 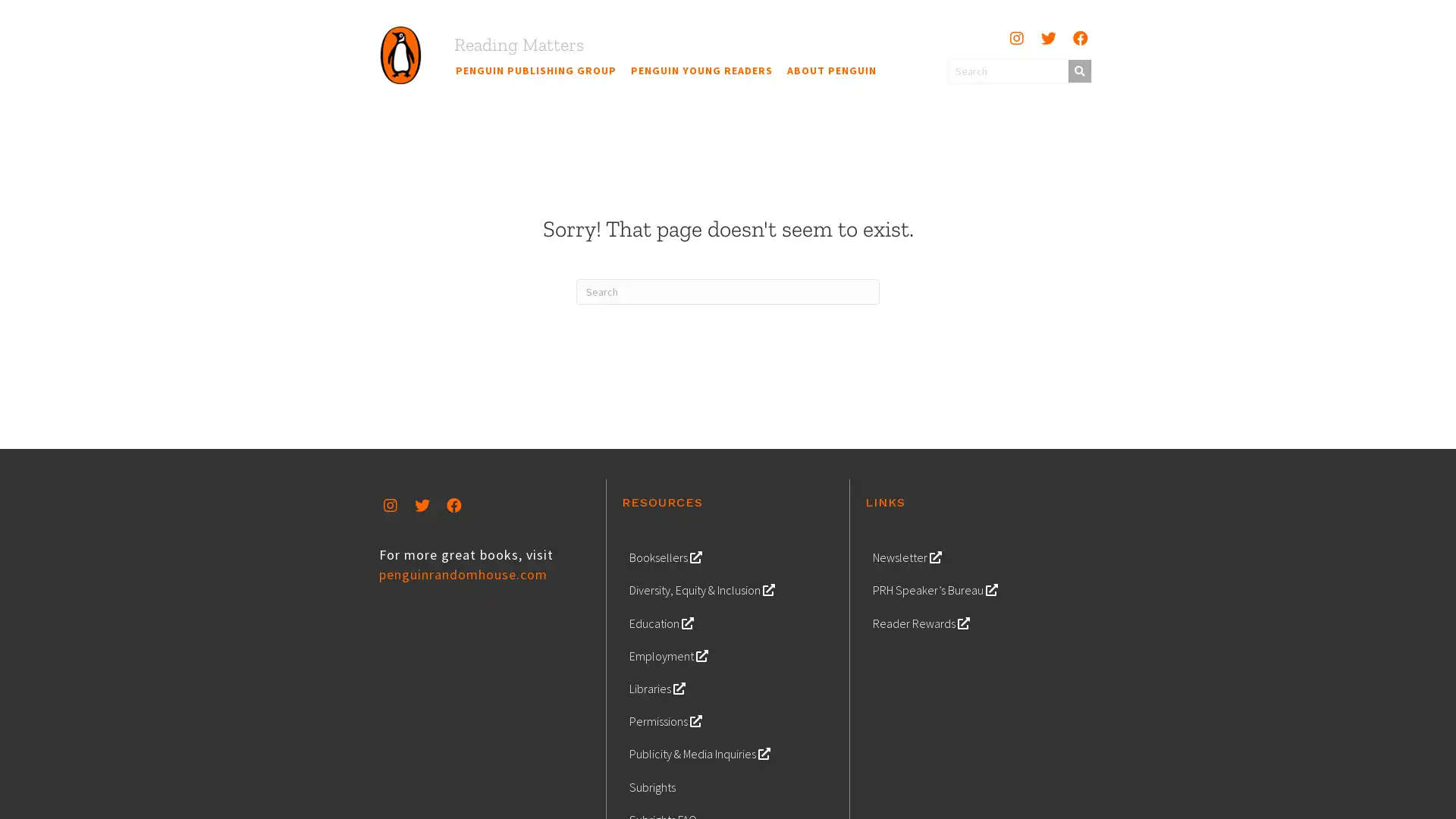 I want to click on Facebook, so click(x=1079, y=37).